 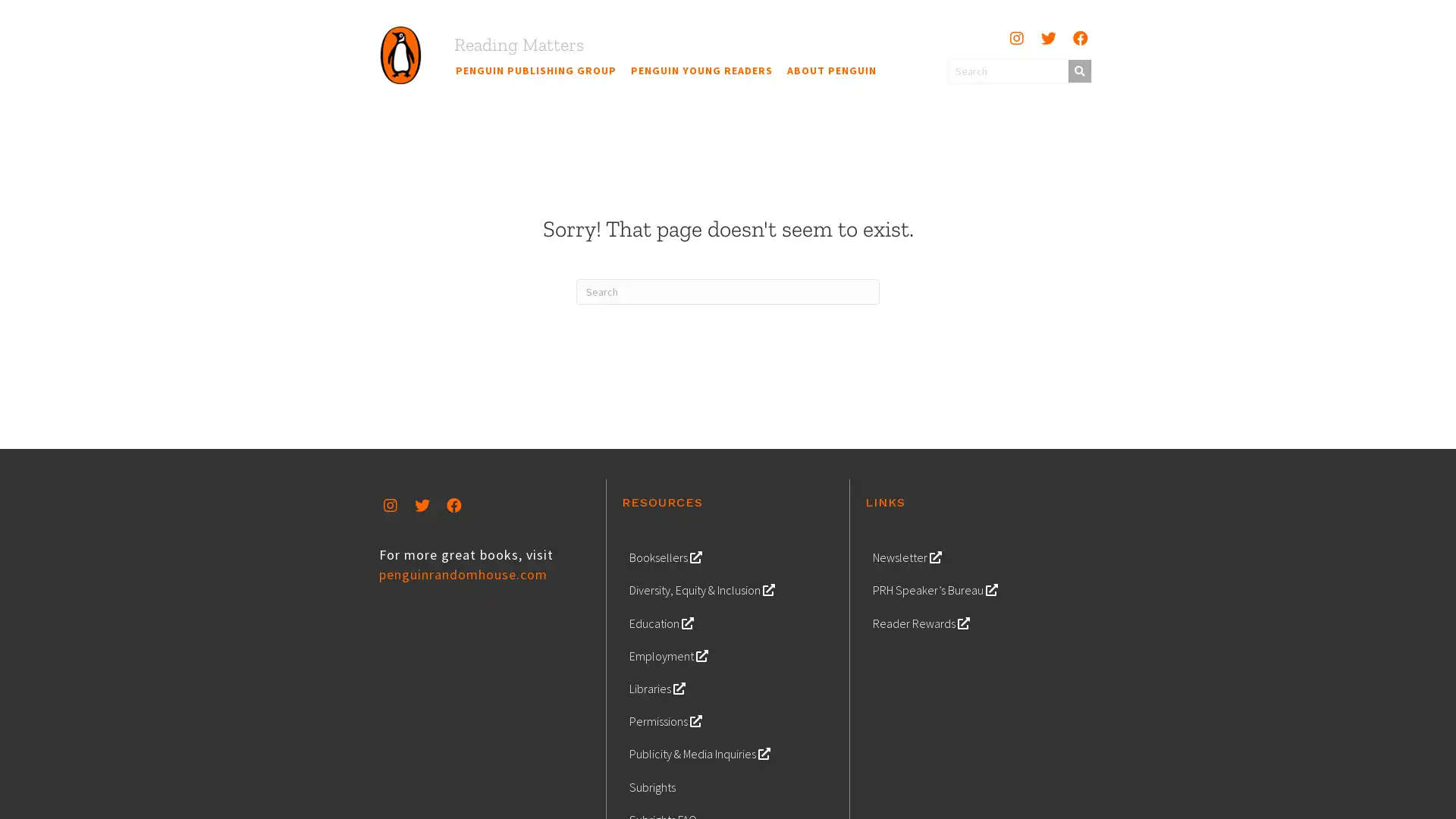 I want to click on Facebook, so click(x=1079, y=37).